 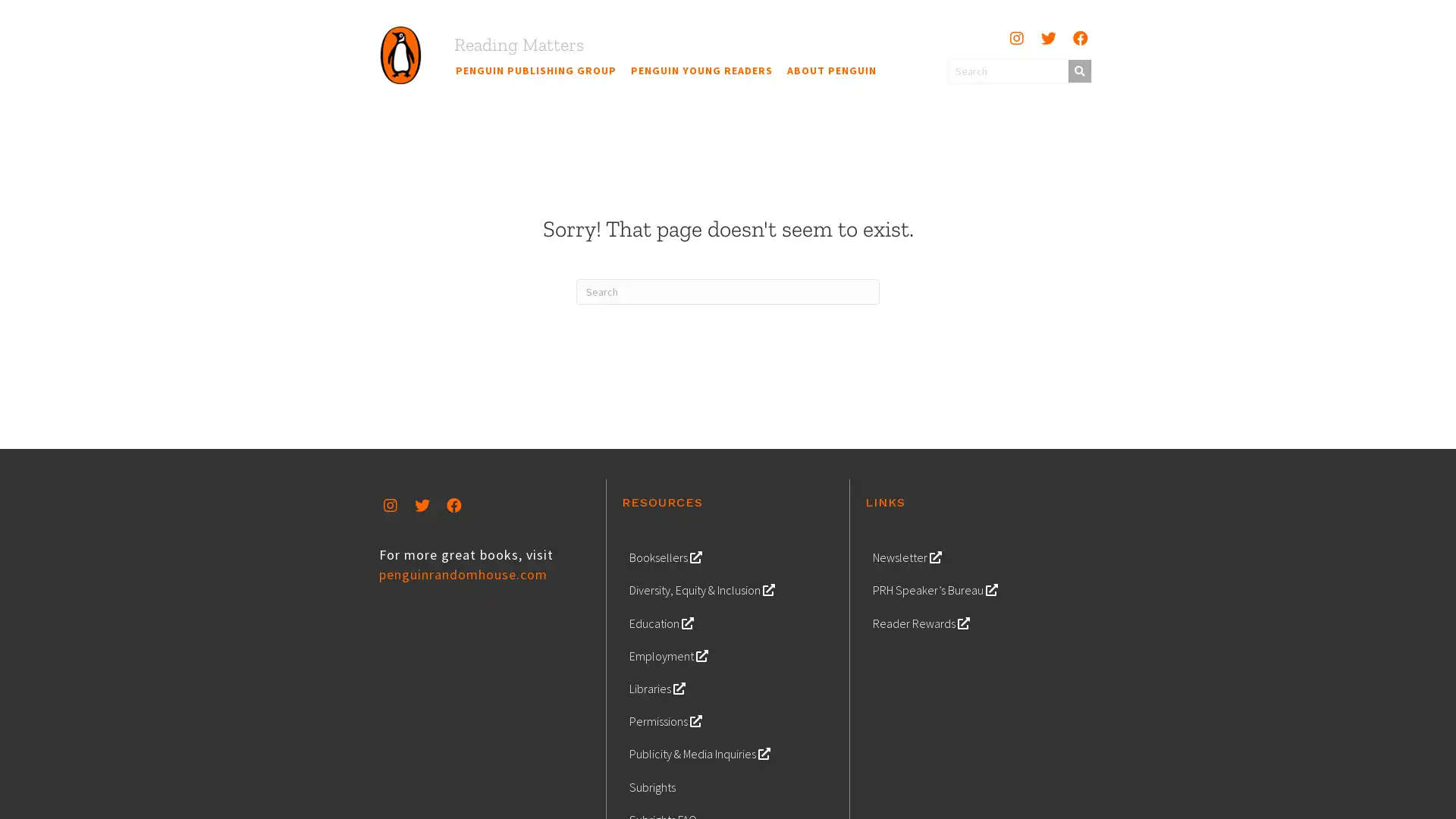 I want to click on Facebook, so click(x=1079, y=37).